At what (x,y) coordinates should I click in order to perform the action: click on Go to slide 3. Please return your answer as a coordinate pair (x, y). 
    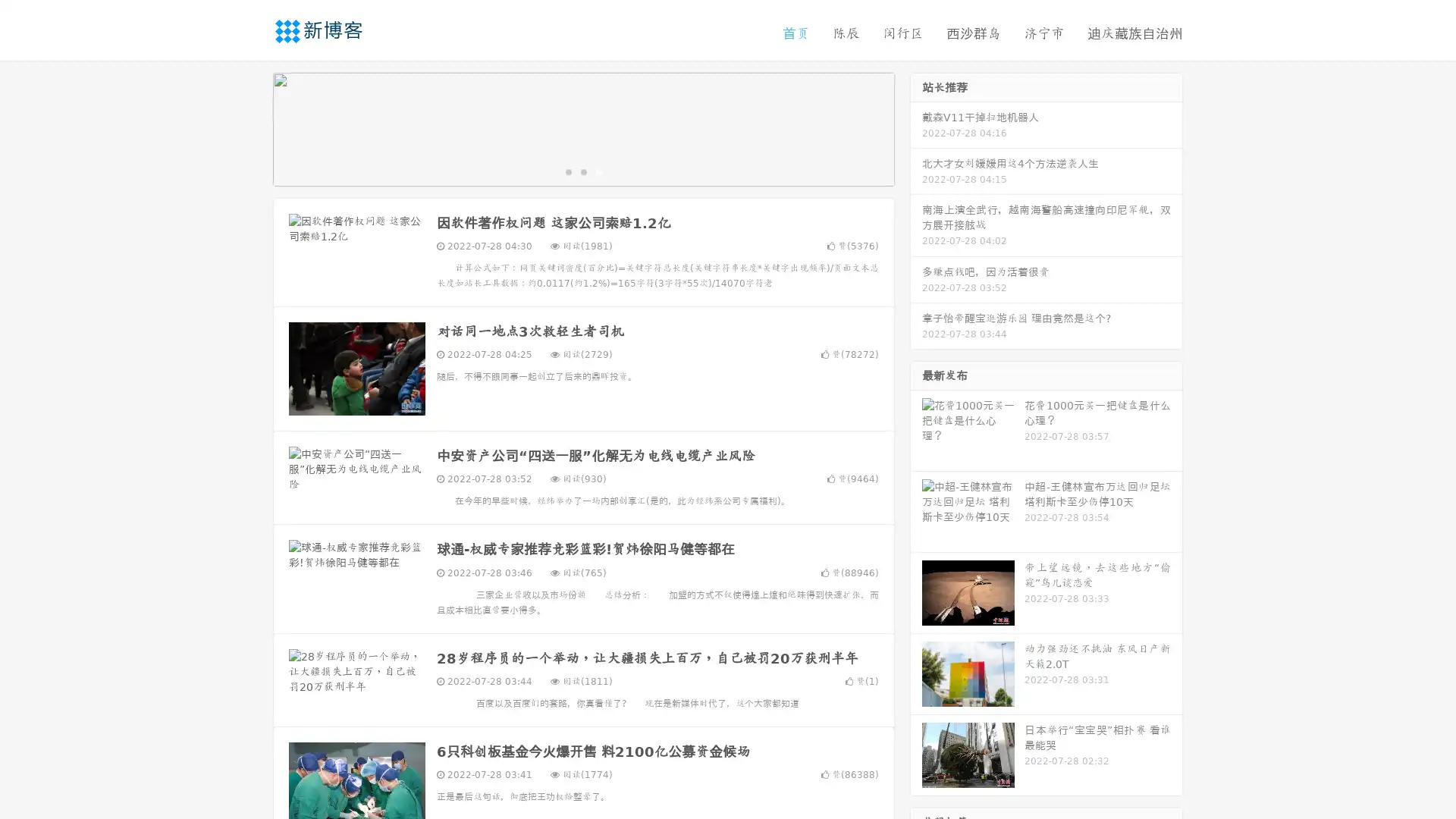
    Looking at the image, I should click on (598, 171).